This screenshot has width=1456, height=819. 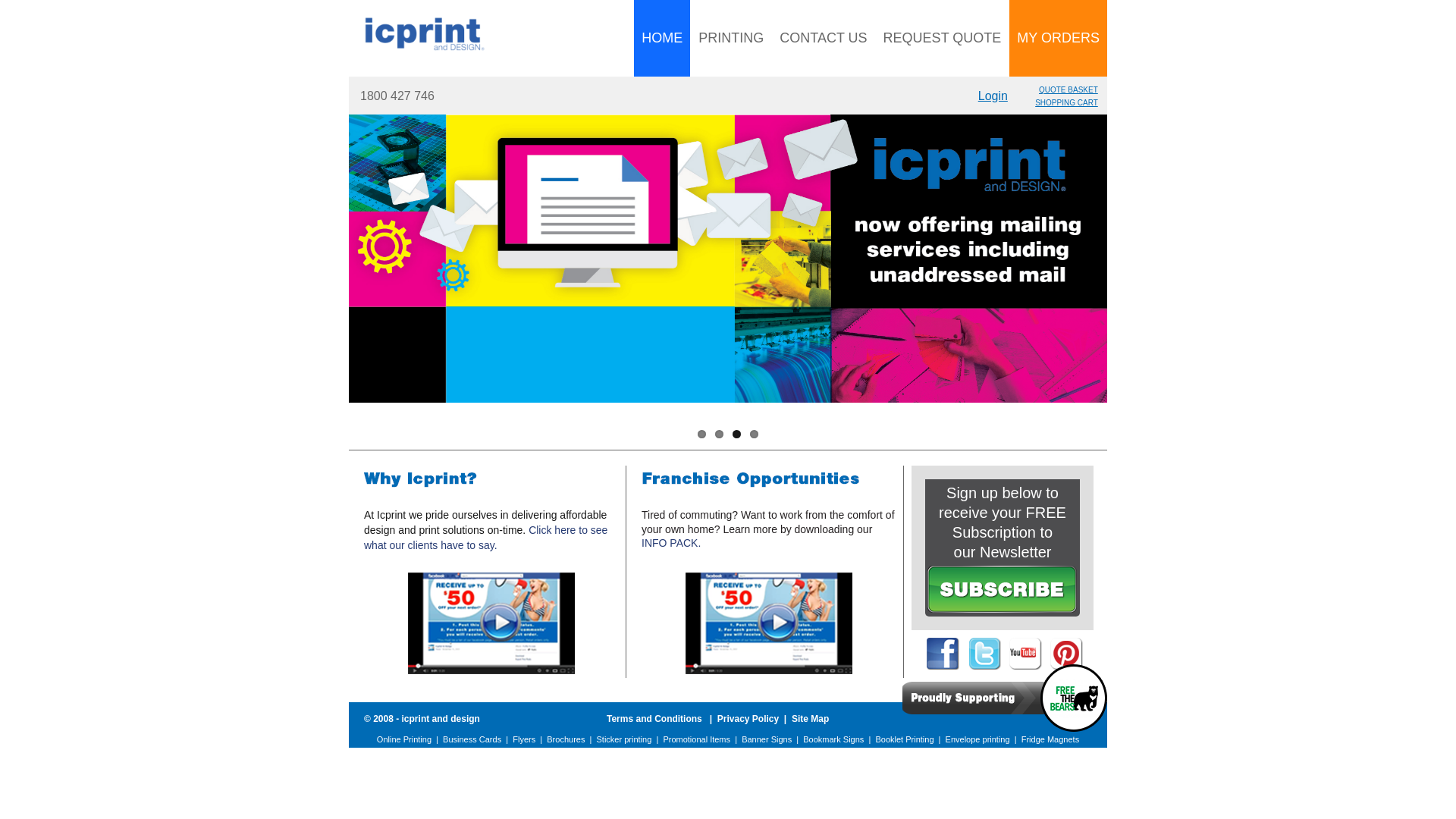 I want to click on 'Bookmark Signs', so click(x=833, y=739).